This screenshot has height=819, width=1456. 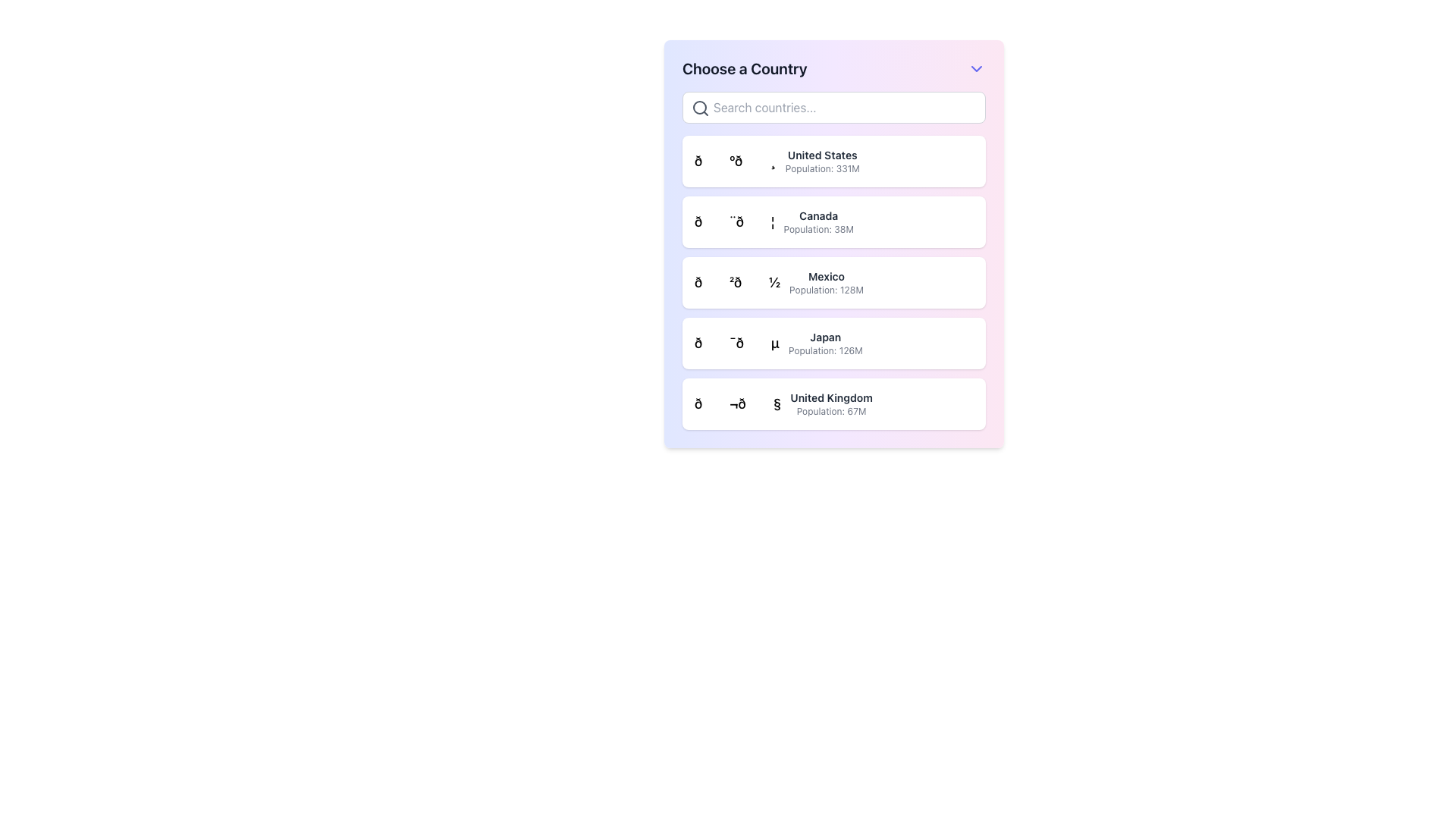 What do you see at coordinates (830, 412) in the screenshot?
I see `the text label displaying population statistics for the 'United Kingdom' located directly below the 'United Kingdom' label in the country selection menu` at bounding box center [830, 412].